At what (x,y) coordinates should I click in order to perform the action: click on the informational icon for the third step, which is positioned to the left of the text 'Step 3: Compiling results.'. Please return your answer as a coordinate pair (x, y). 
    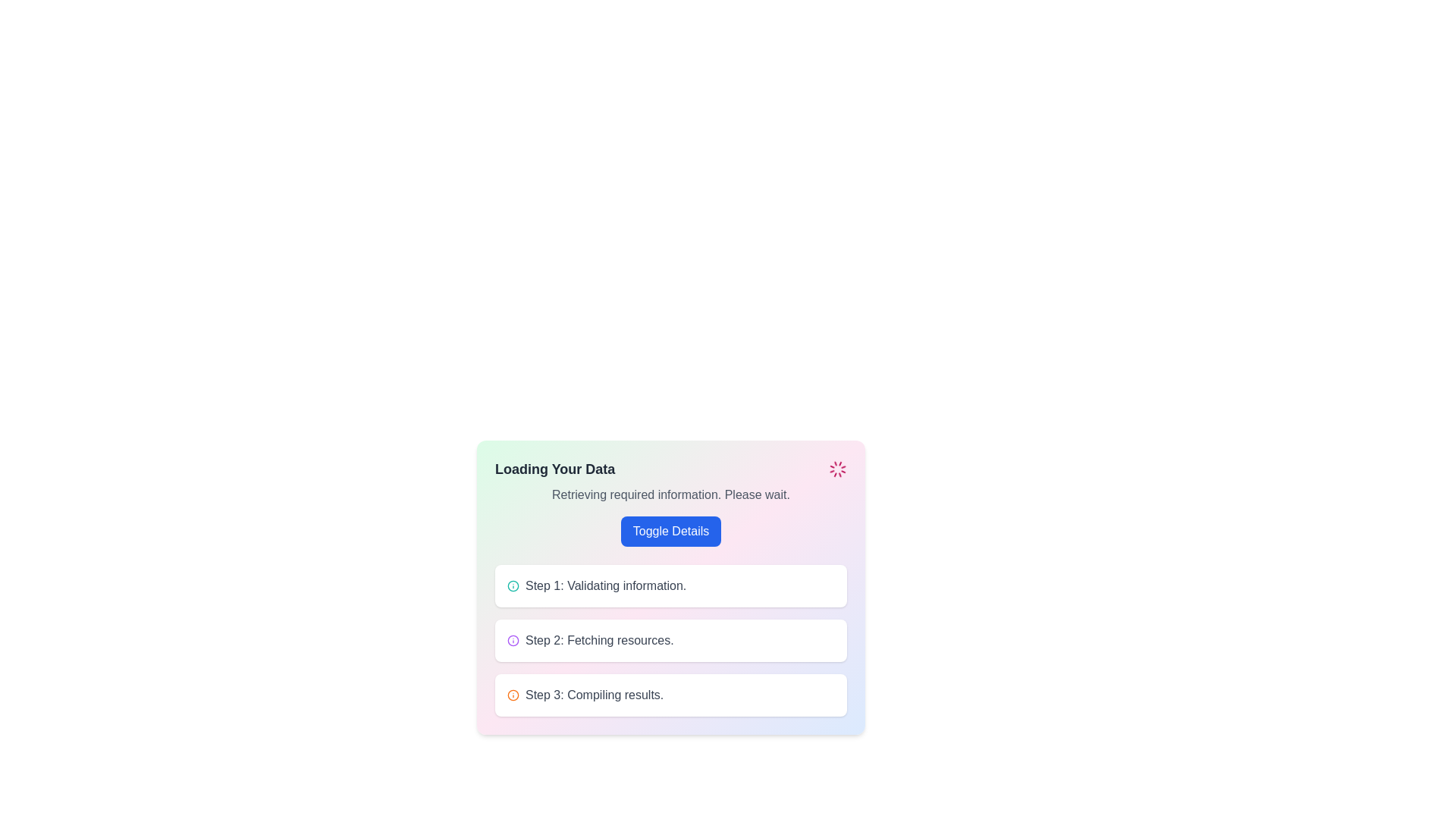
    Looking at the image, I should click on (513, 695).